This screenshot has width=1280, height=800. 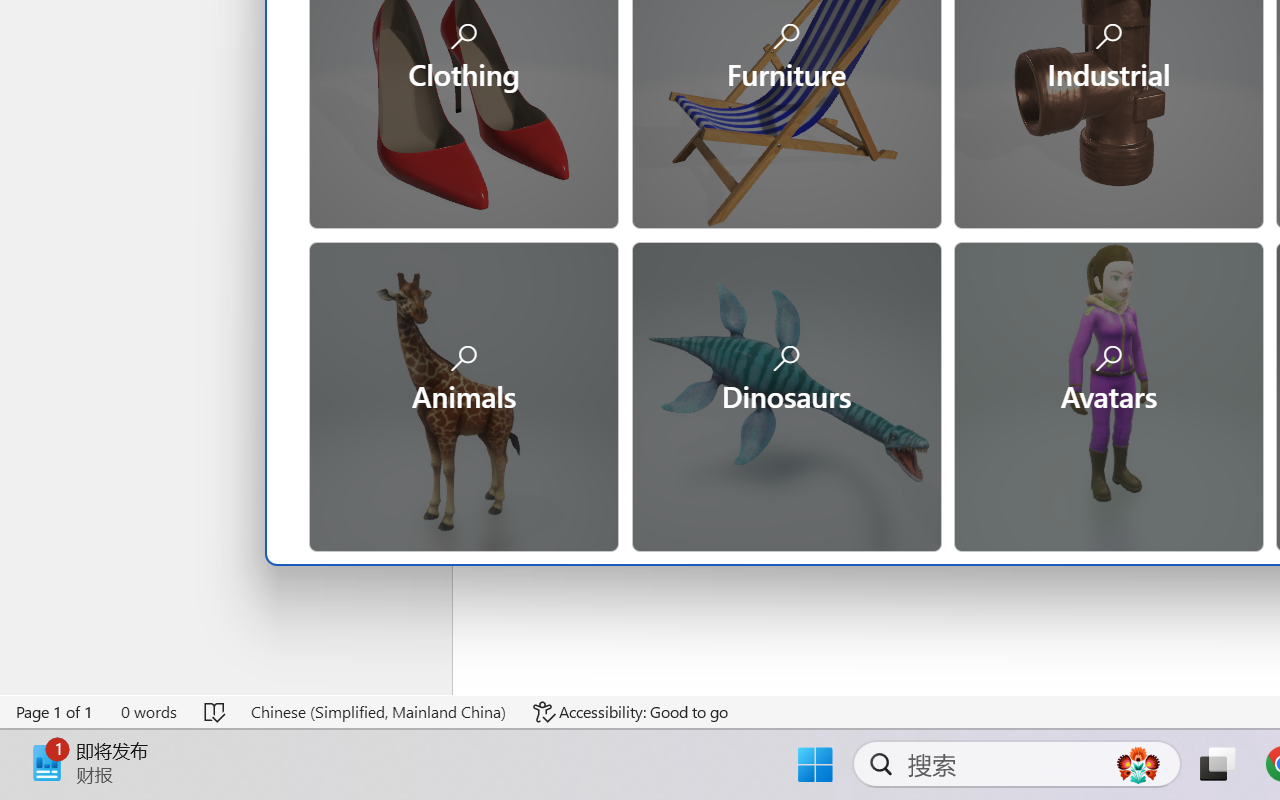 I want to click on 'Dinosaurs', so click(x=784, y=393).